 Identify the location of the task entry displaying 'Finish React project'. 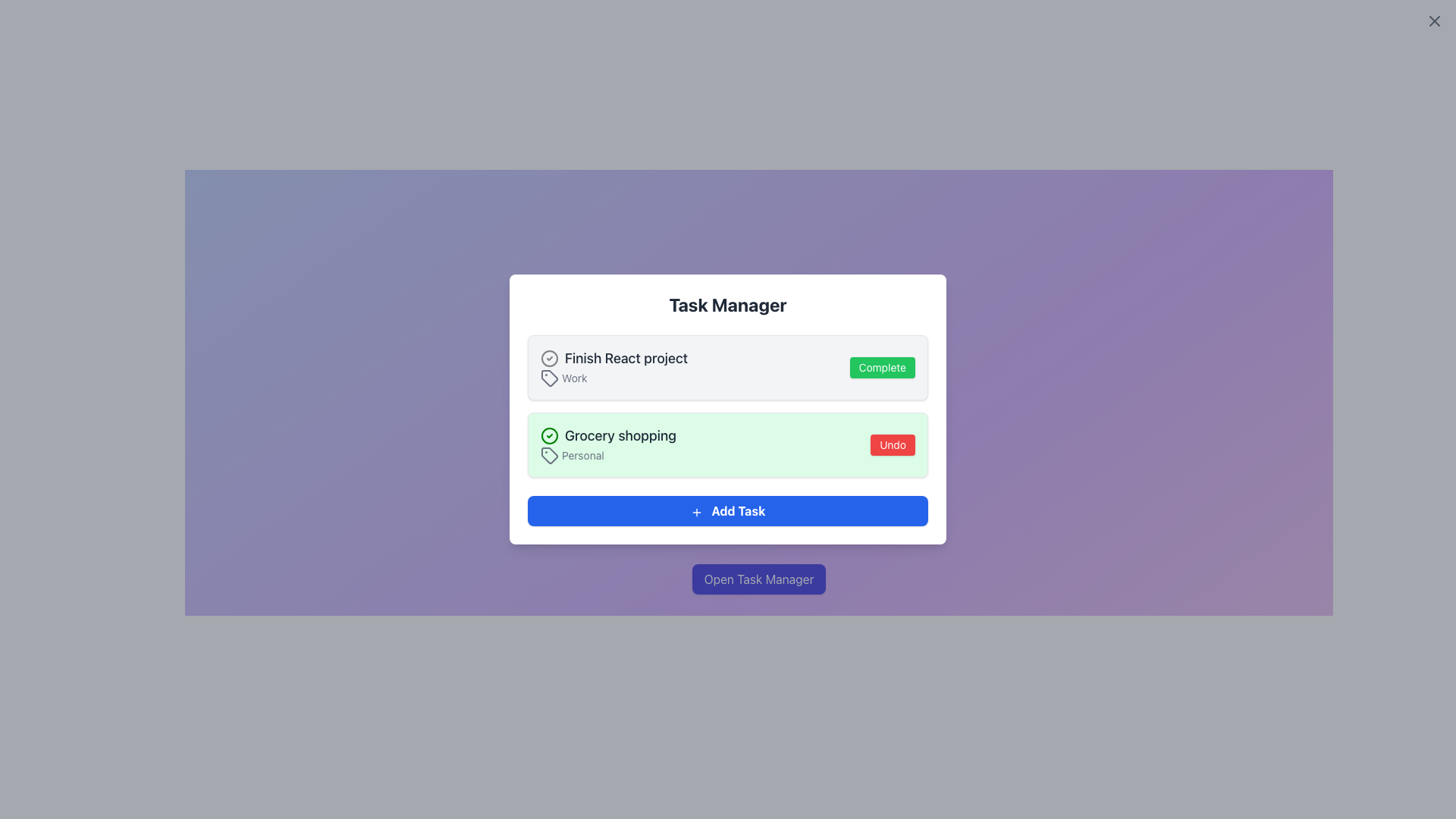
(614, 368).